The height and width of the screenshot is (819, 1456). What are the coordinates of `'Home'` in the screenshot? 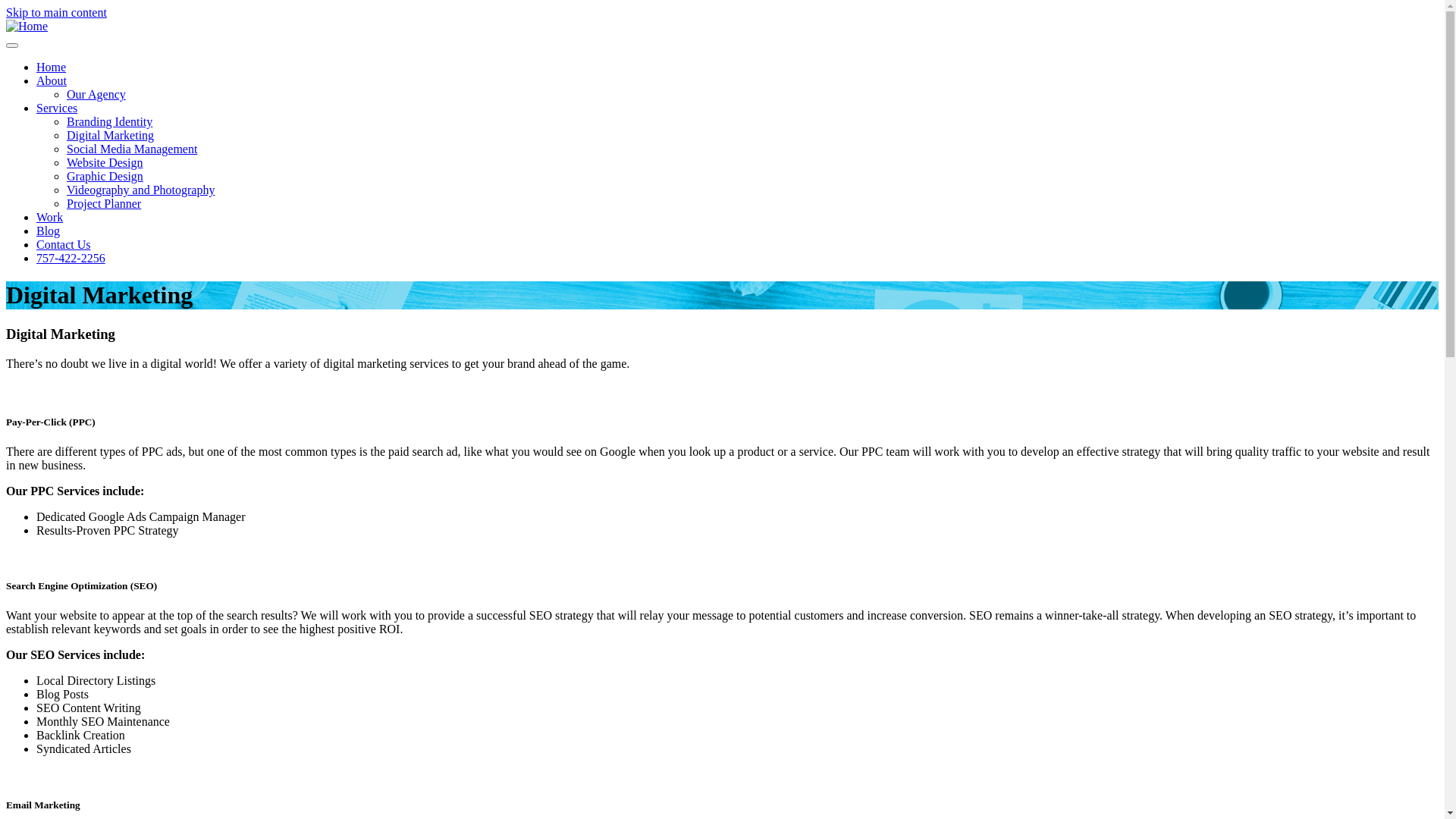 It's located at (27, 26).